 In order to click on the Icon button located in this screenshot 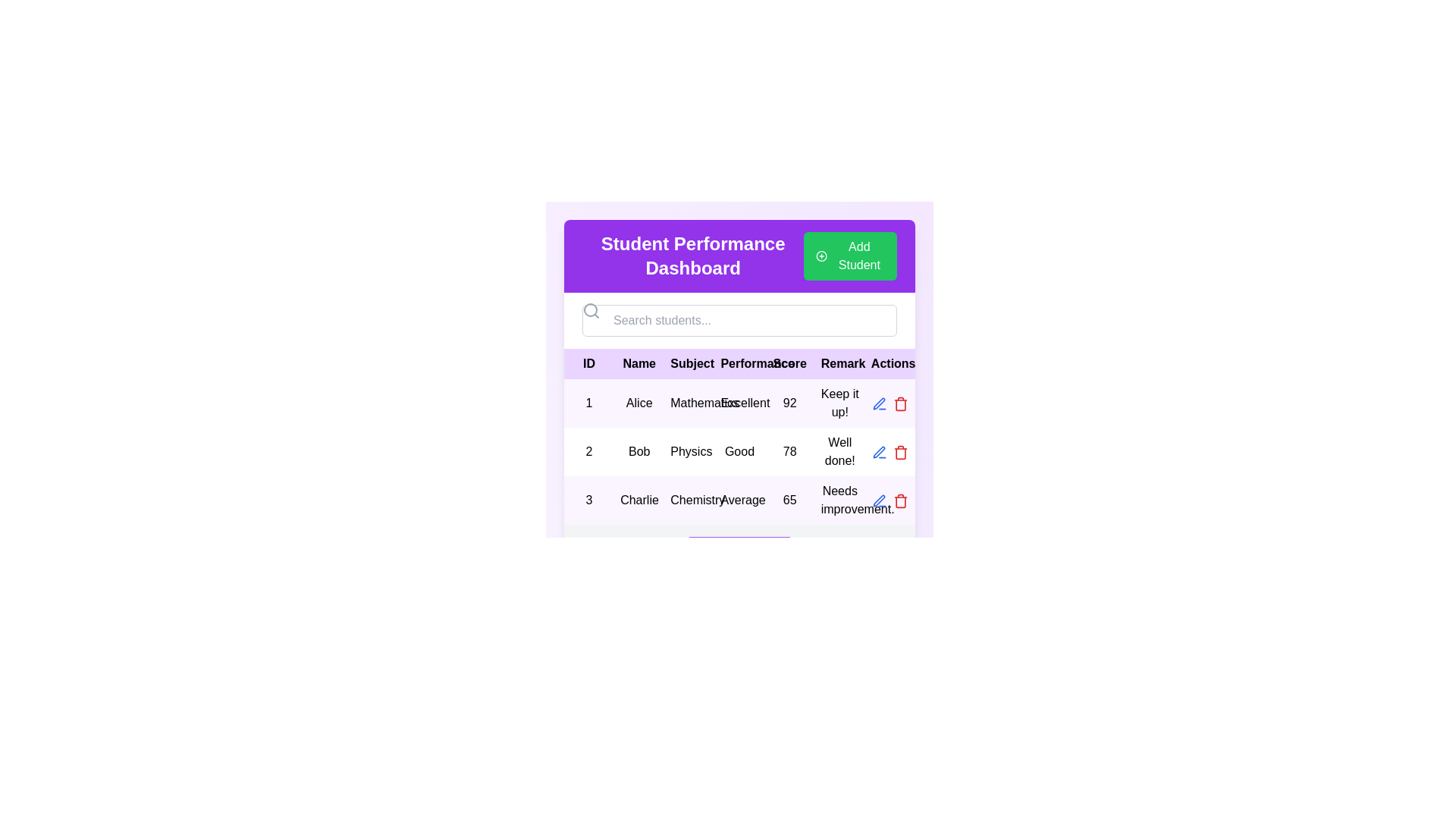, I will do `click(879, 500)`.